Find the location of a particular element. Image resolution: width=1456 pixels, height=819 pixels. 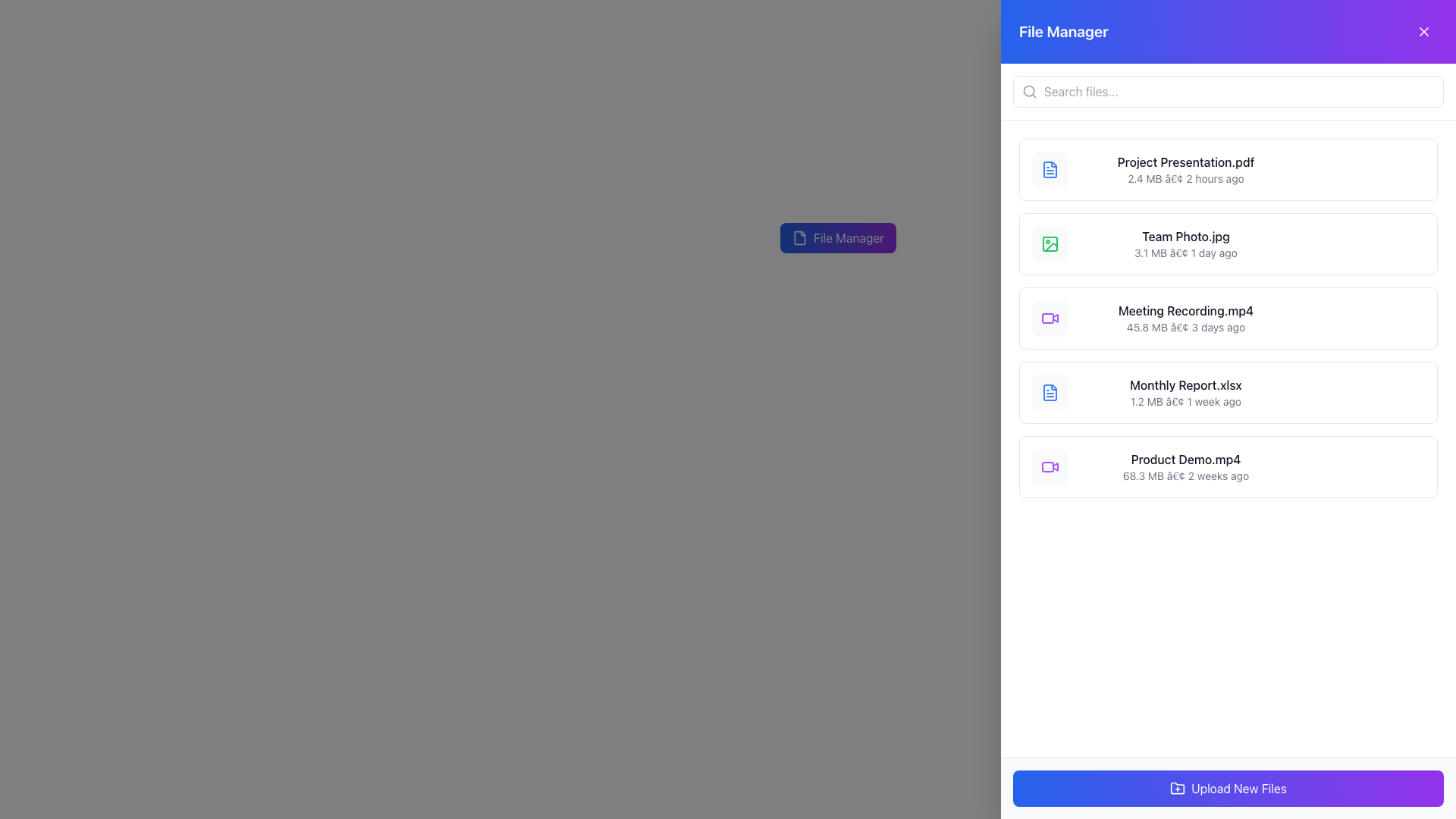

attributes of the central circle within the search icon, which is part of the larger SVG component located at the specified coordinates is located at coordinates (1029, 91).